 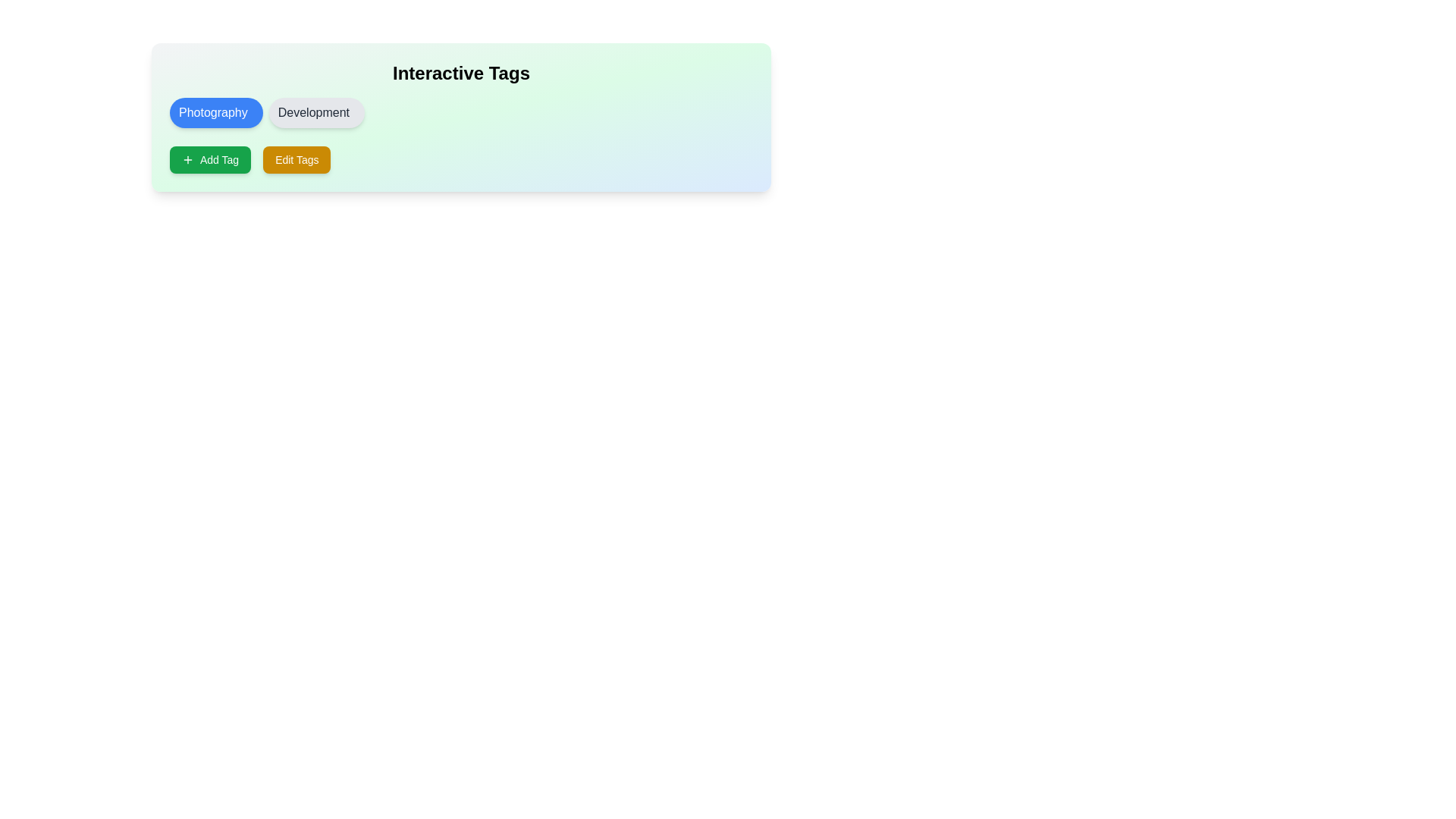 What do you see at coordinates (315, 112) in the screenshot?
I see `the 'Development' category button, which is the second button in a horizontal series of tags, located to the right of the 'Photography' button` at bounding box center [315, 112].